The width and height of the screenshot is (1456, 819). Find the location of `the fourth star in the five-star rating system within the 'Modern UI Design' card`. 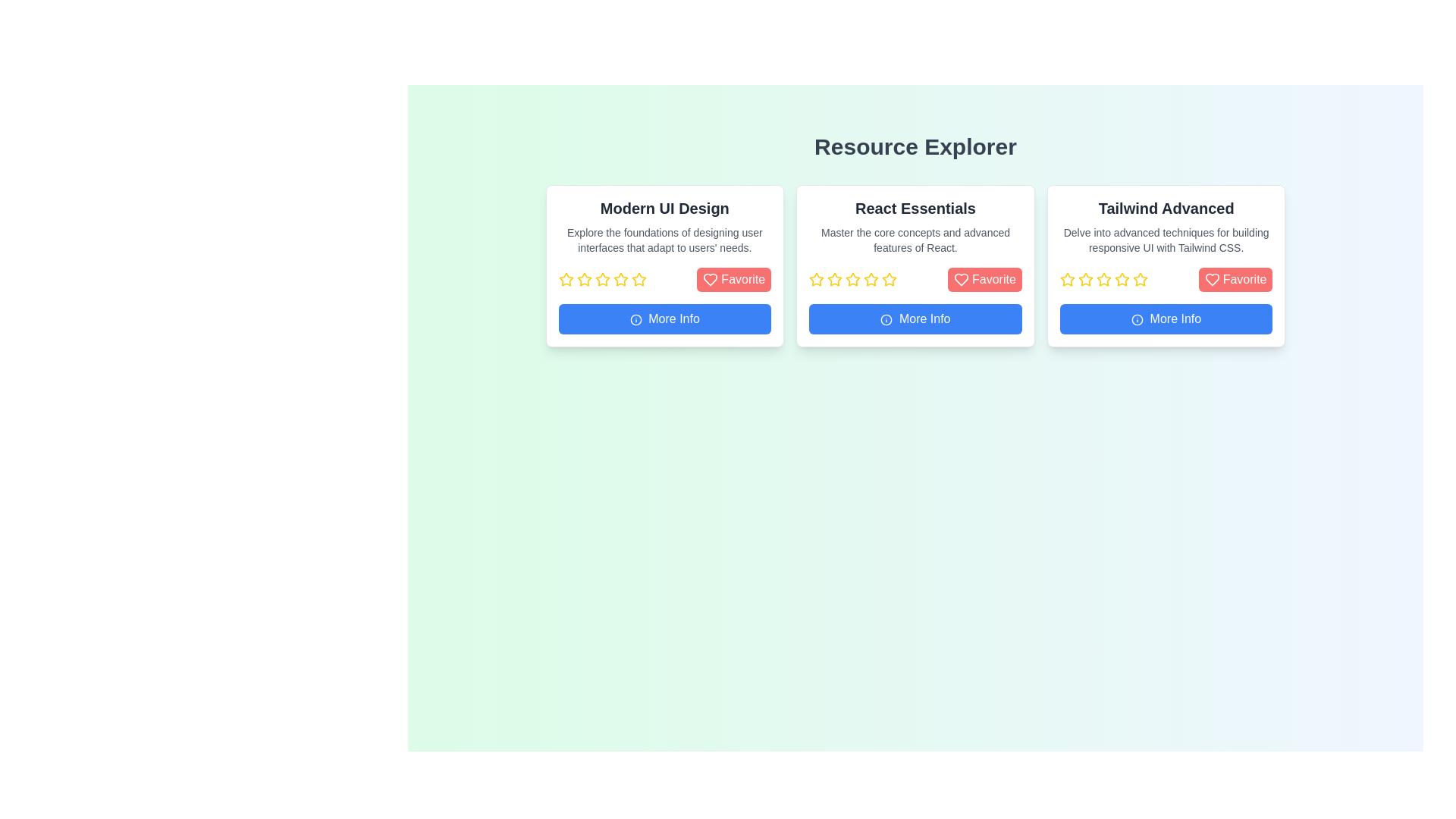

the fourth star in the five-star rating system within the 'Modern UI Design' card is located at coordinates (620, 279).